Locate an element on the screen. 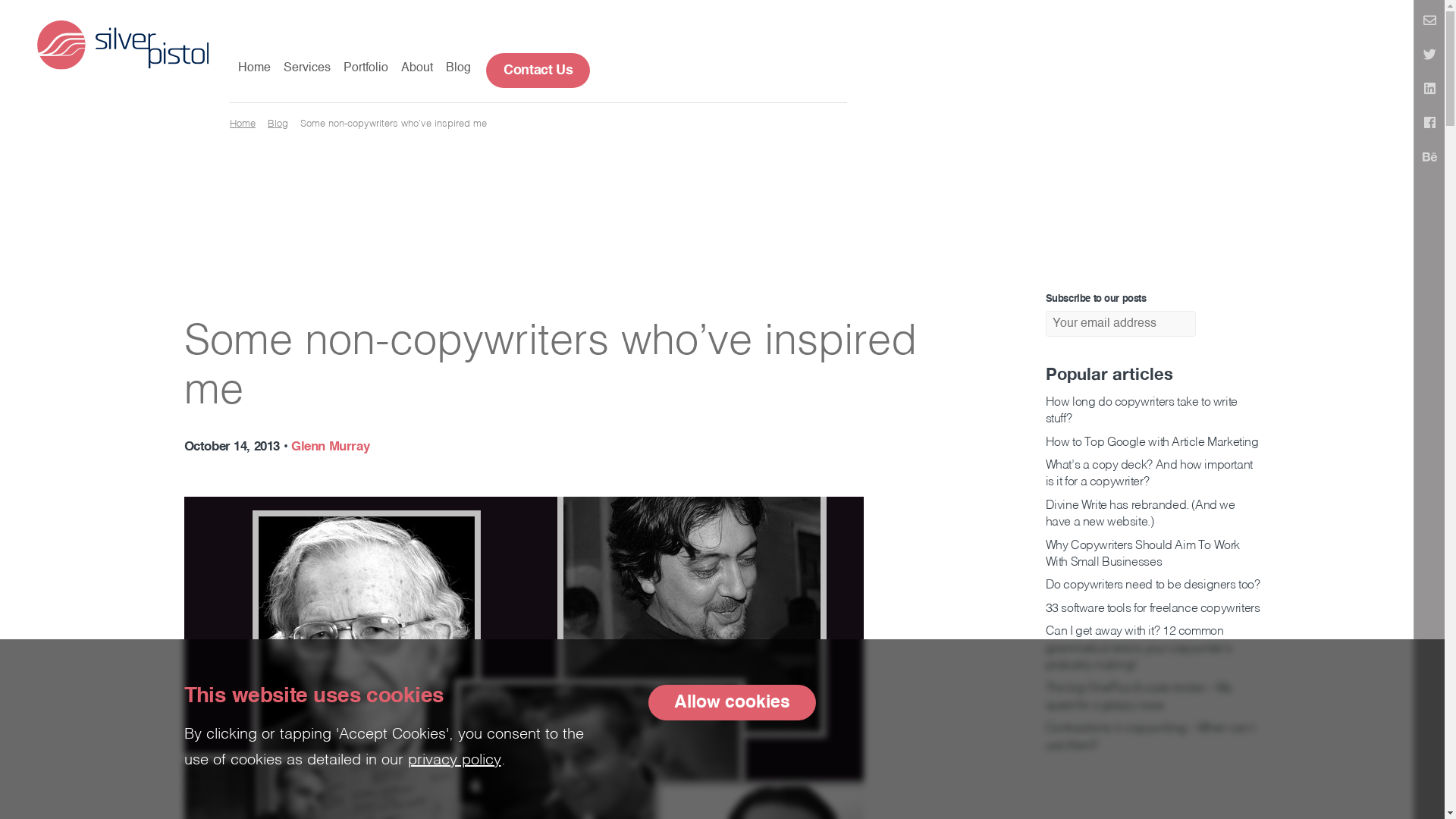  'Portfolio' is located at coordinates (366, 69).